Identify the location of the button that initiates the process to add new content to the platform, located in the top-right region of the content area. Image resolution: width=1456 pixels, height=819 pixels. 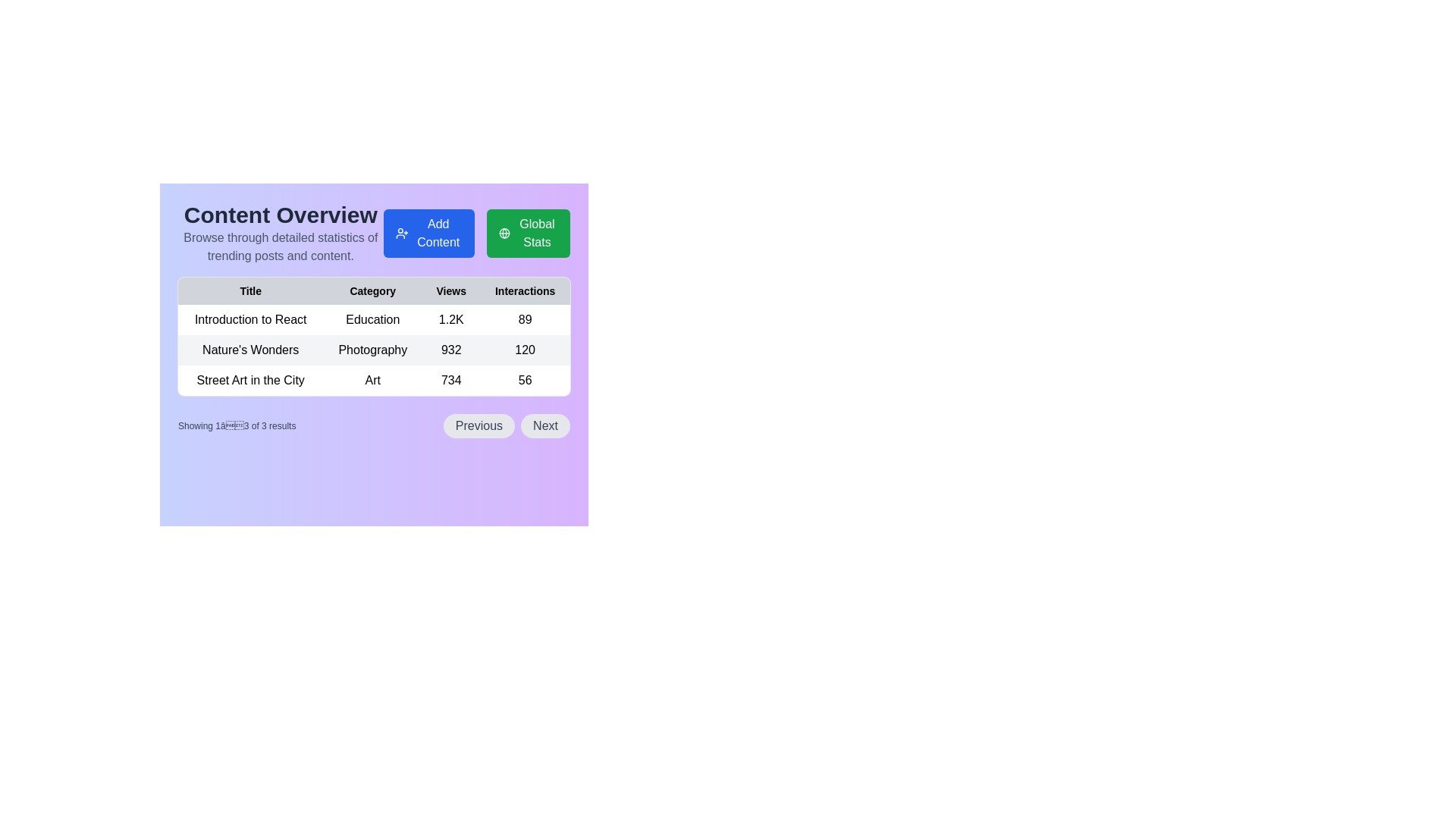
(428, 234).